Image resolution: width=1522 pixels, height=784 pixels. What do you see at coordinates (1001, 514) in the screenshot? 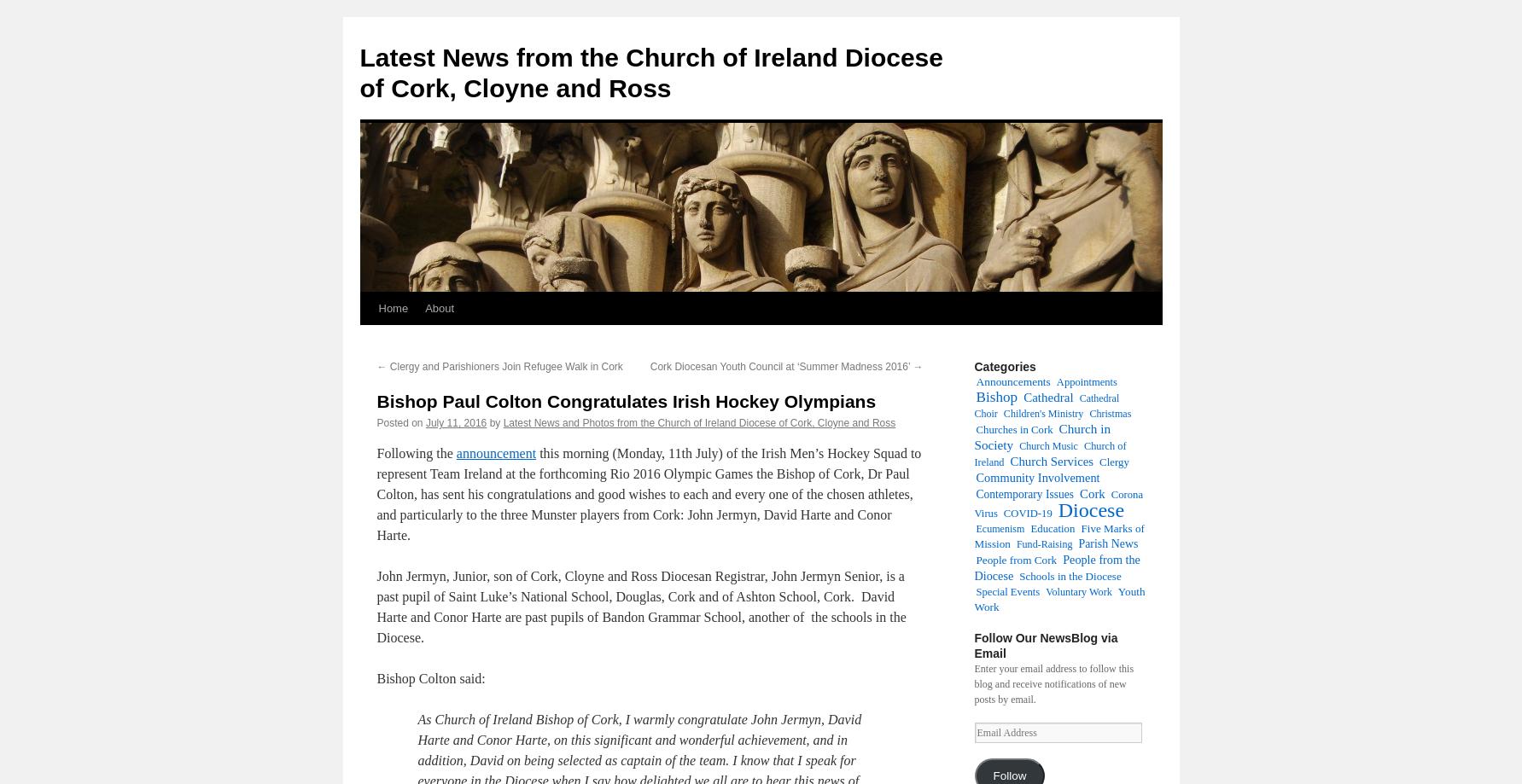
I see `'COVID-19'` at bounding box center [1001, 514].